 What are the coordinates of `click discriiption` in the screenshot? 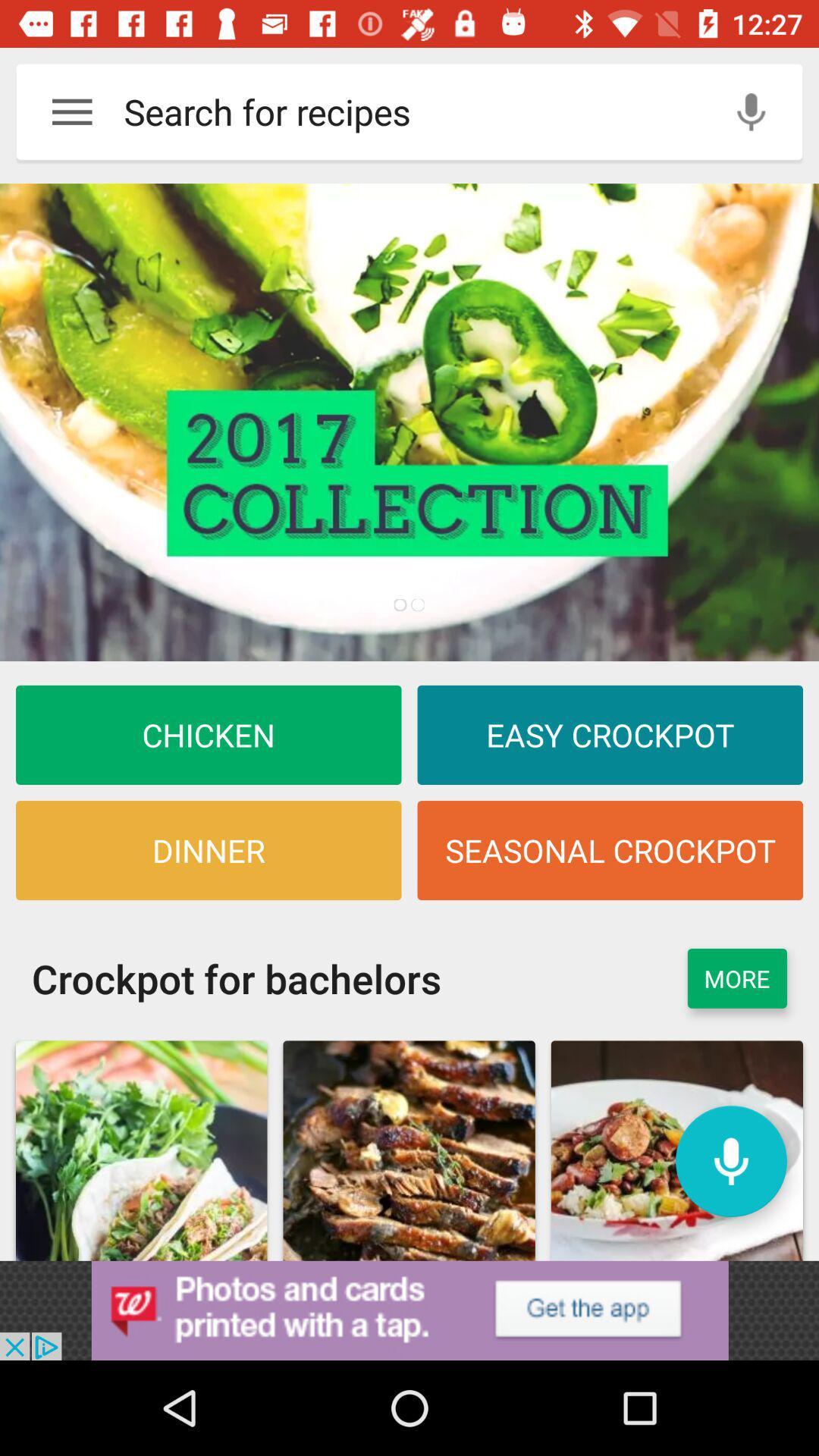 It's located at (409, 422).